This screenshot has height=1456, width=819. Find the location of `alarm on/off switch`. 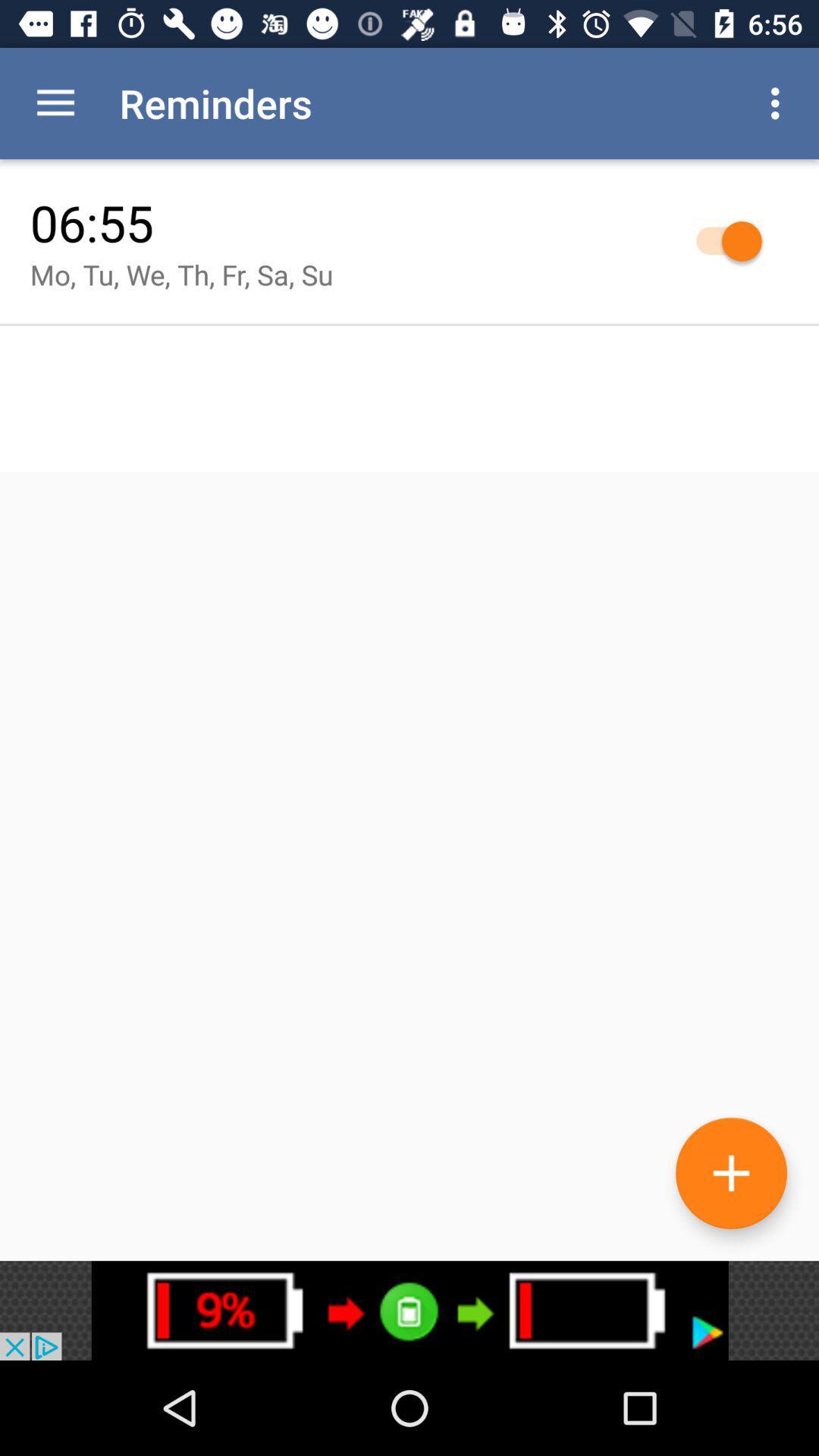

alarm on/off switch is located at coordinates (720, 240).